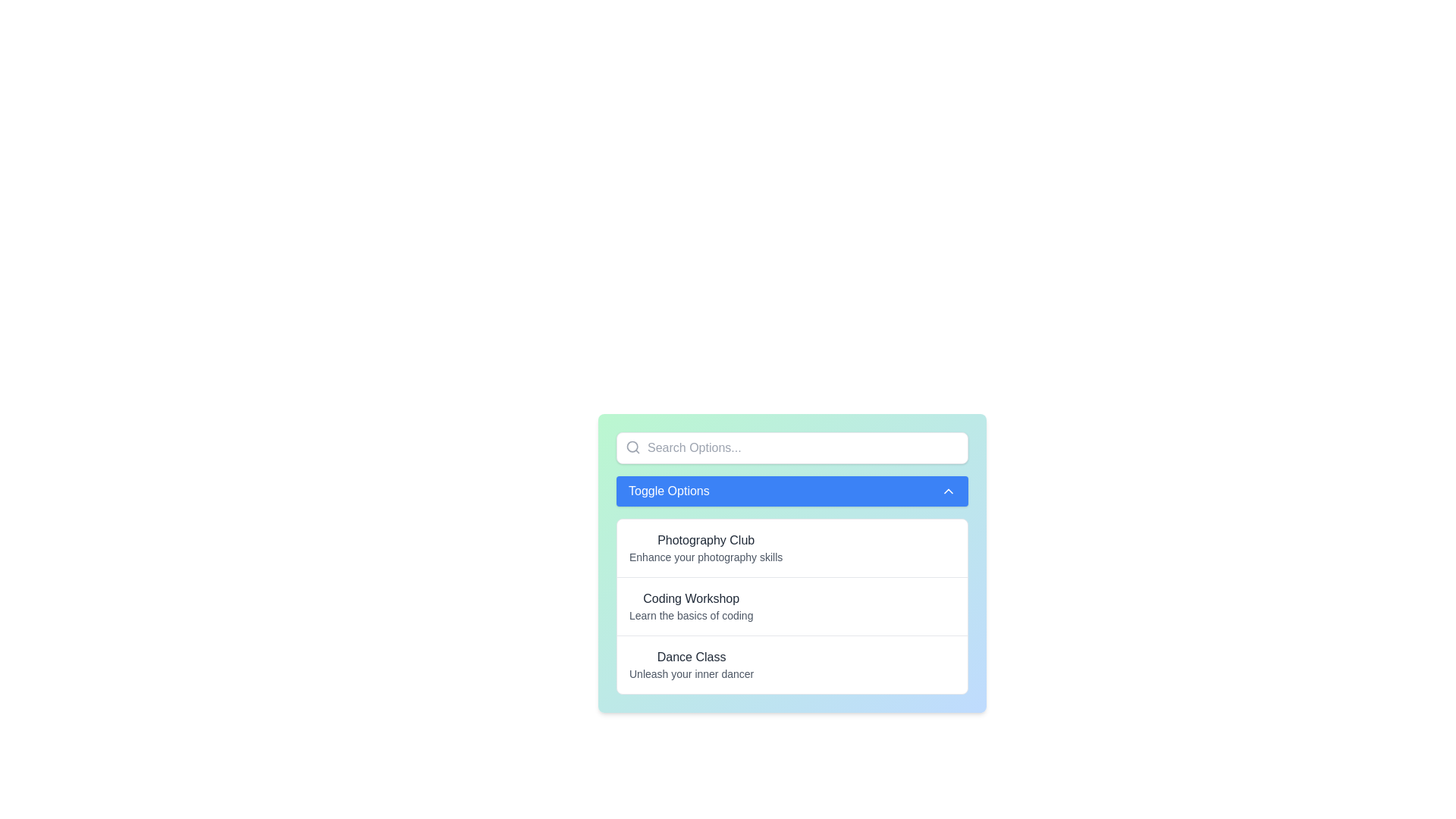 The height and width of the screenshot is (819, 1456). What do you see at coordinates (948, 491) in the screenshot?
I see `the chevron icon next to the 'Toggle Options' button` at bounding box center [948, 491].